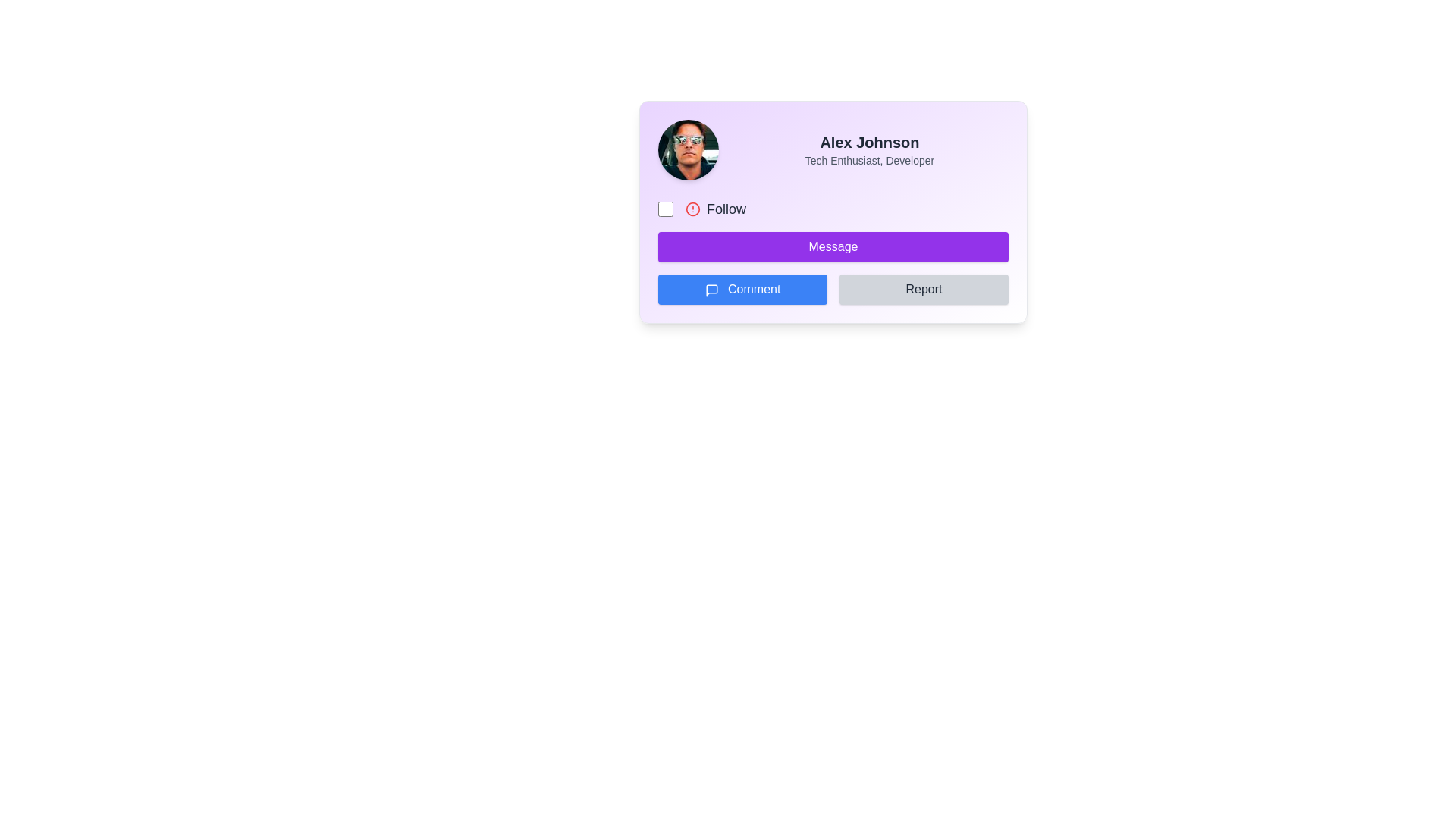 The width and height of the screenshot is (1456, 819). Describe the element at coordinates (870, 161) in the screenshot. I see `the Static text component displaying 'Tech Enthusiast, Developer', which is positioned beneath 'Alex Johnson' in the user profile card` at that location.